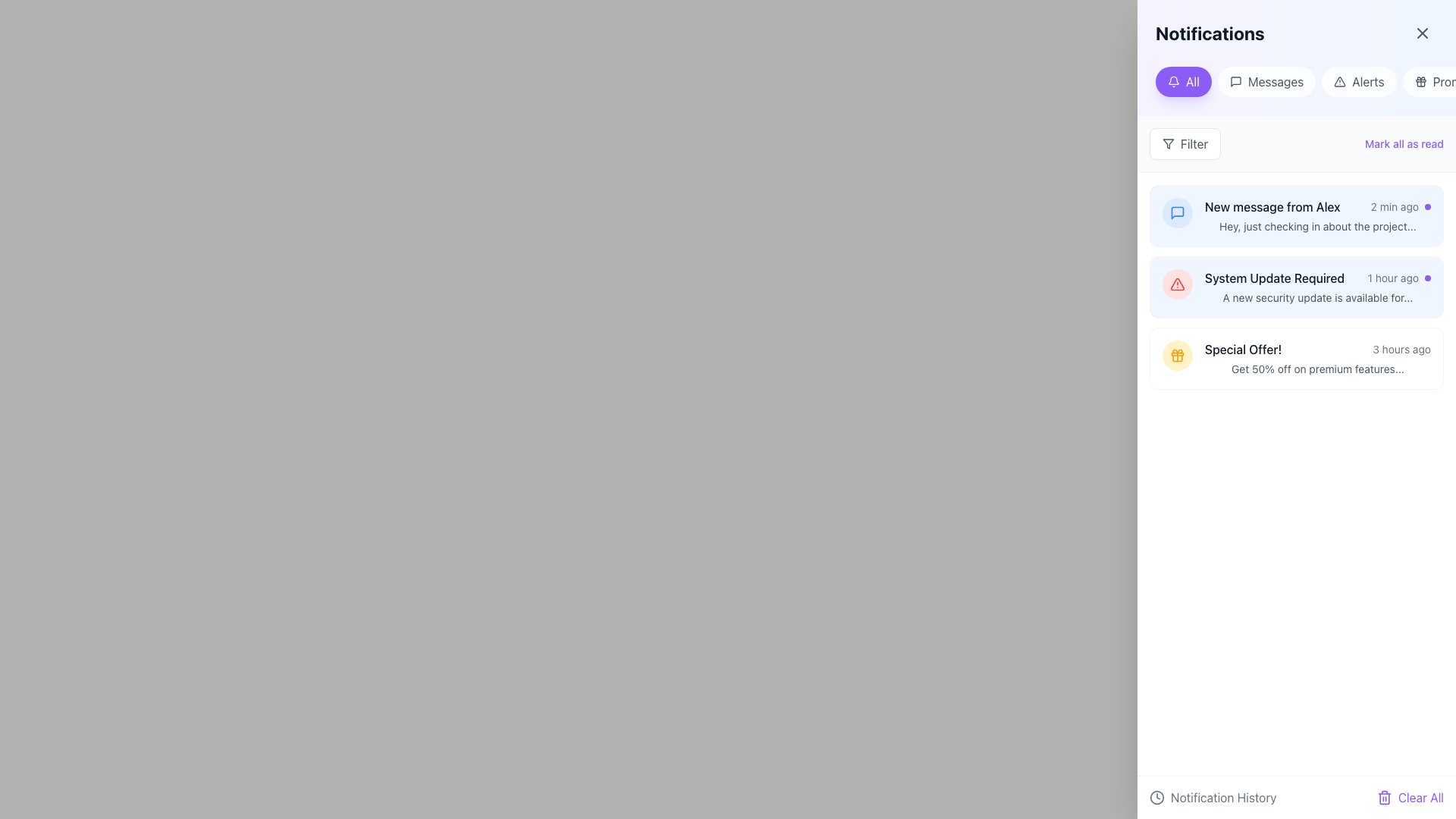 The height and width of the screenshot is (819, 1456). I want to click on the 'Alerts' button, which is the third button in the horizontally aligned list under the 'Notifications' panel, so click(1359, 82).